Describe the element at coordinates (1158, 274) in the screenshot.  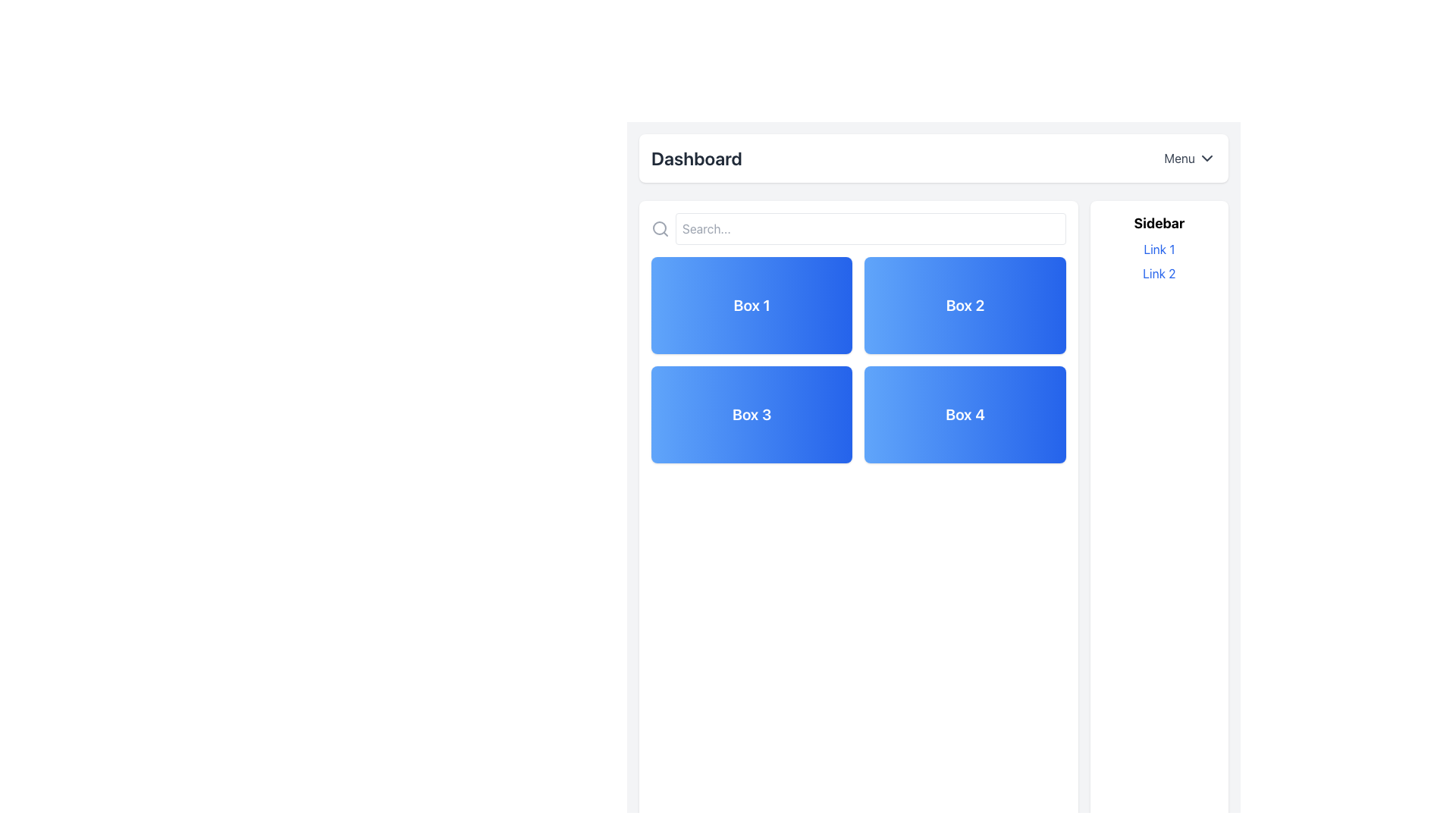
I see `the text-based hyperlink labeled 'Link 2' in the sidebar` at that location.